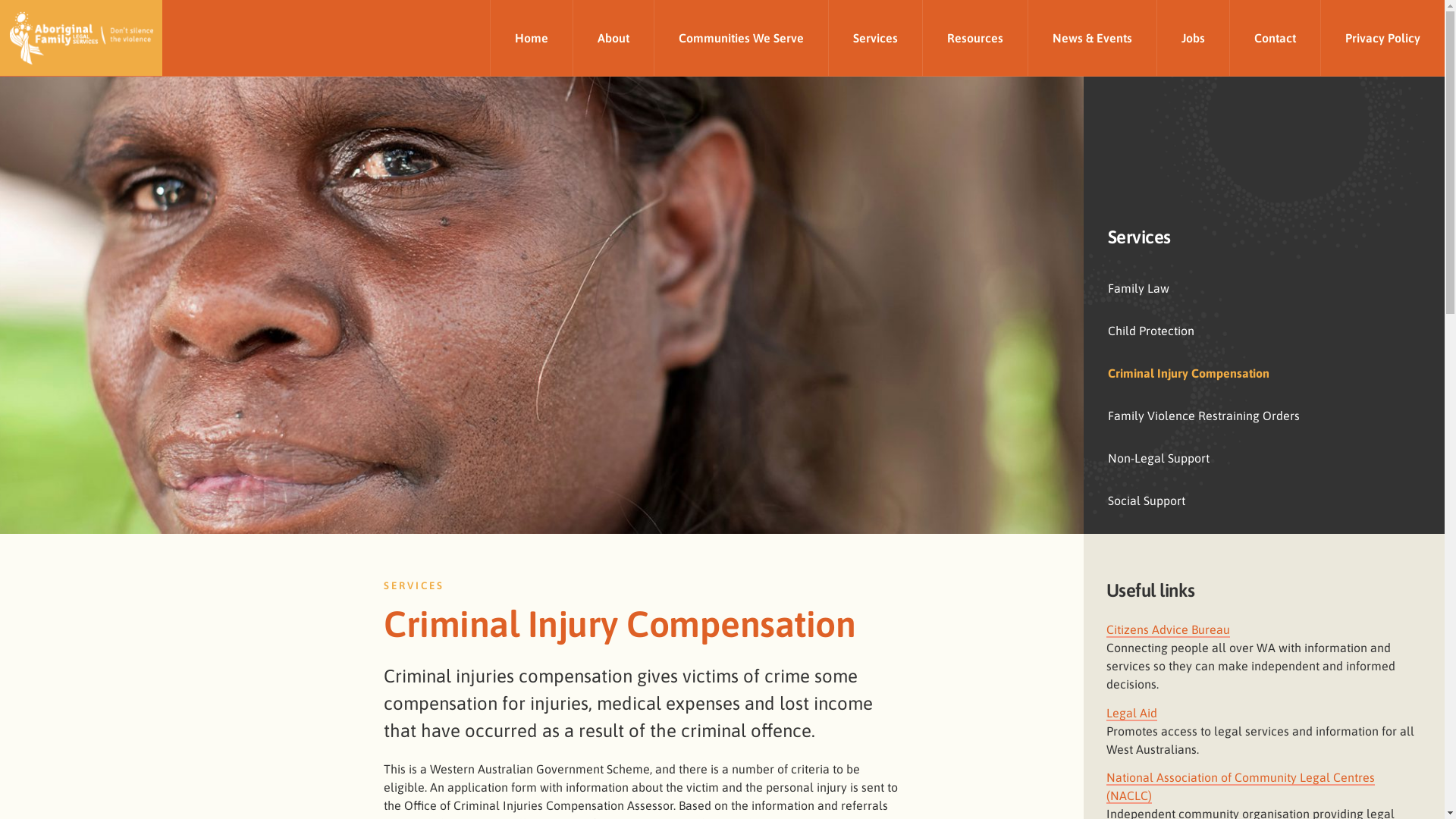 The height and width of the screenshot is (819, 1456). I want to click on 'Family Law', so click(1263, 288).